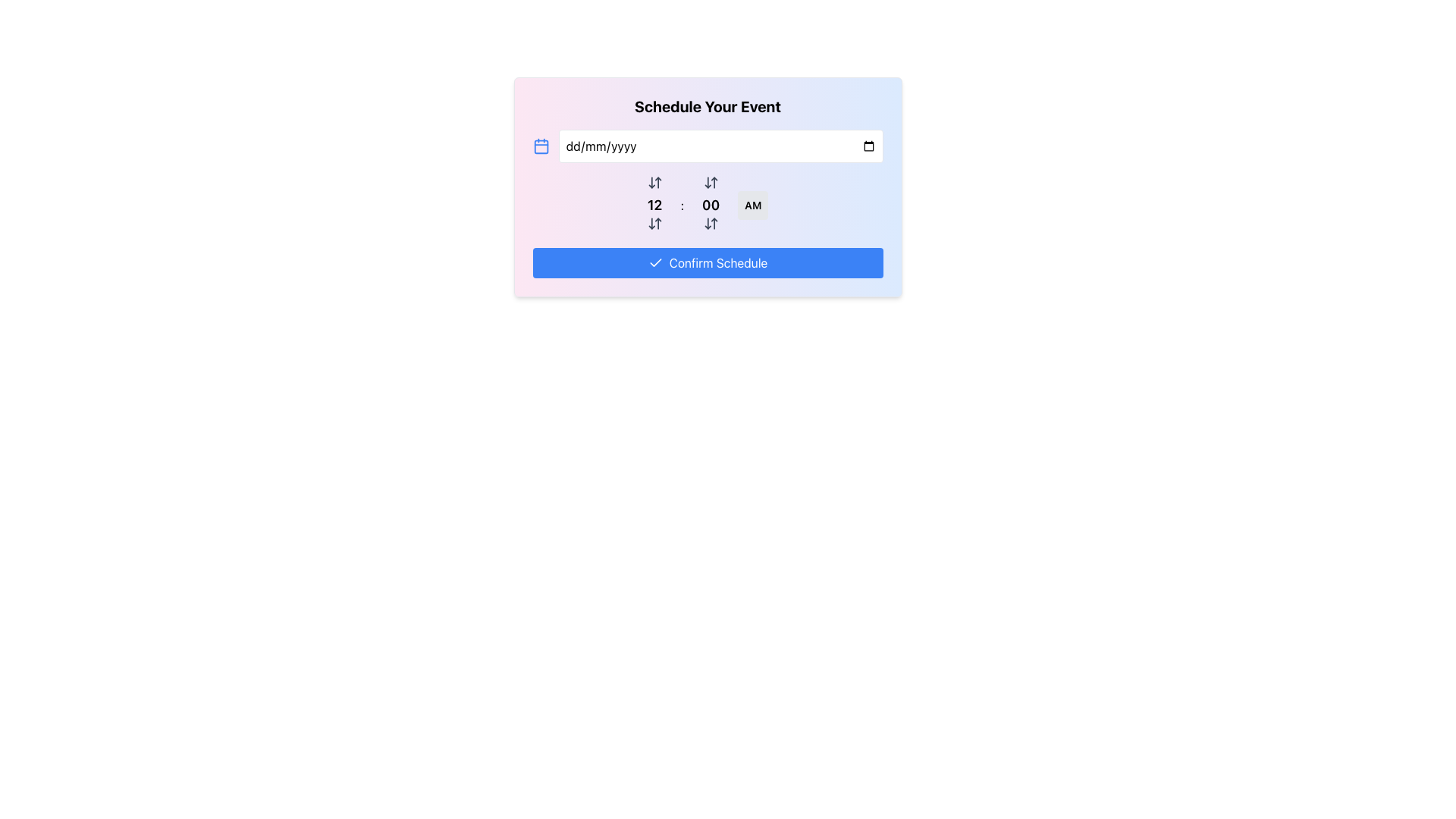 This screenshot has width=1456, height=819. I want to click on the minute value display in the time-selection widget, which is centrally positioned between the hour display and the AM/PM selector, so click(710, 205).